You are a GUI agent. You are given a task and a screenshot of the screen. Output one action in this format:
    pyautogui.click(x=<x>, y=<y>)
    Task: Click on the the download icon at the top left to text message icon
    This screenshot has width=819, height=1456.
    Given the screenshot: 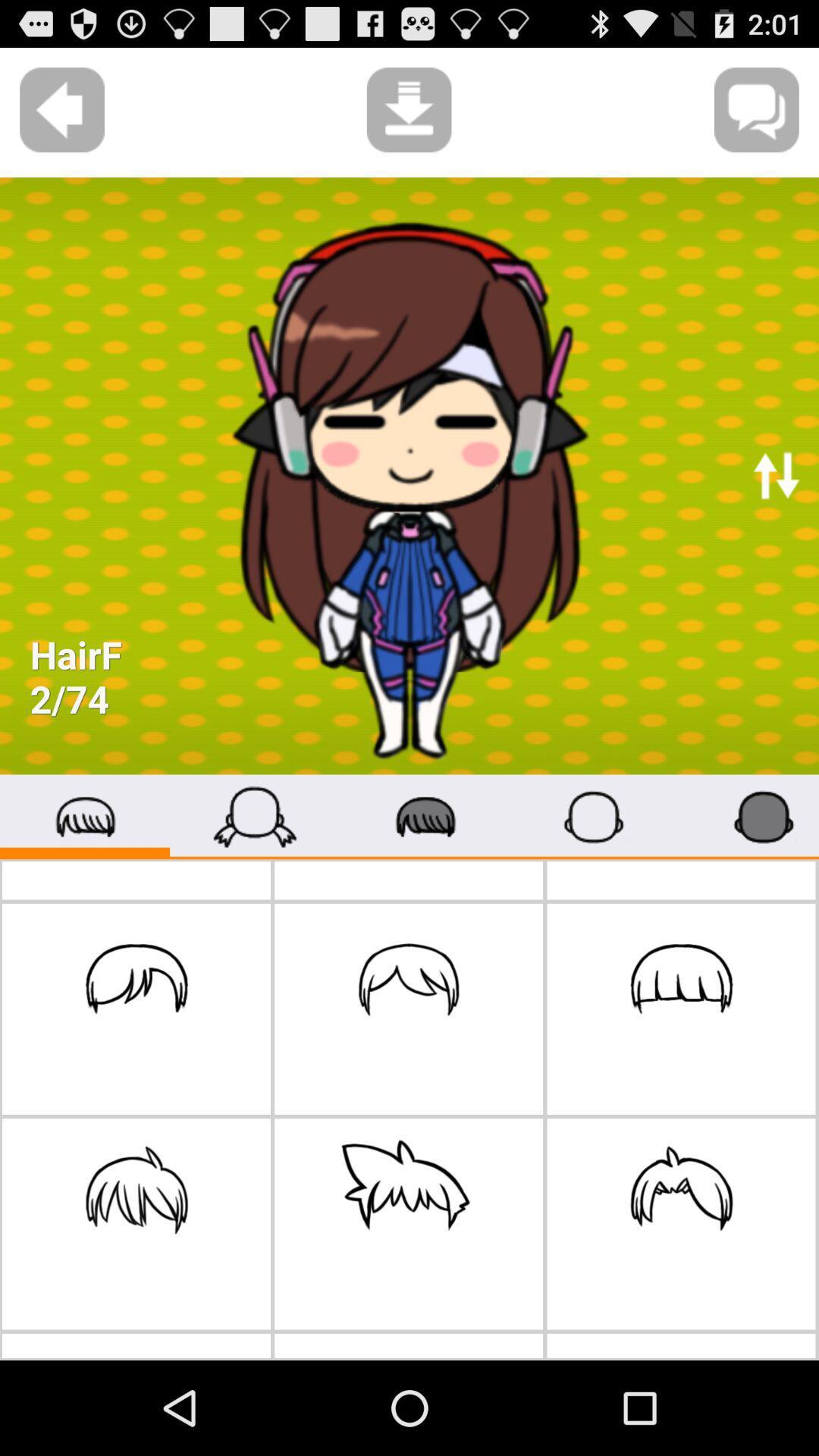 What is the action you would take?
    pyautogui.click(x=409, y=108)
    